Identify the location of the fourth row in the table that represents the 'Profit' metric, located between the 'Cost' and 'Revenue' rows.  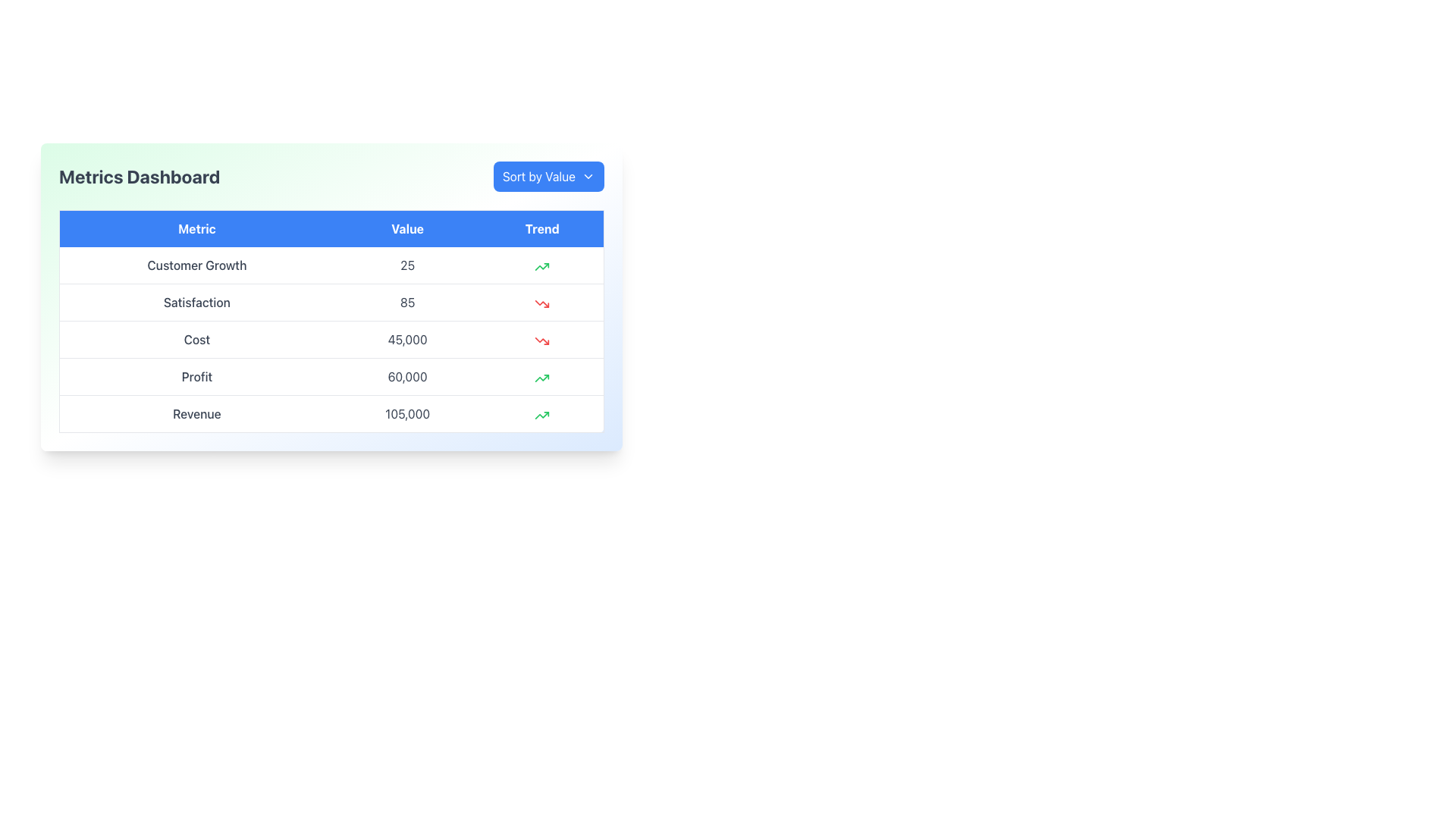
(331, 376).